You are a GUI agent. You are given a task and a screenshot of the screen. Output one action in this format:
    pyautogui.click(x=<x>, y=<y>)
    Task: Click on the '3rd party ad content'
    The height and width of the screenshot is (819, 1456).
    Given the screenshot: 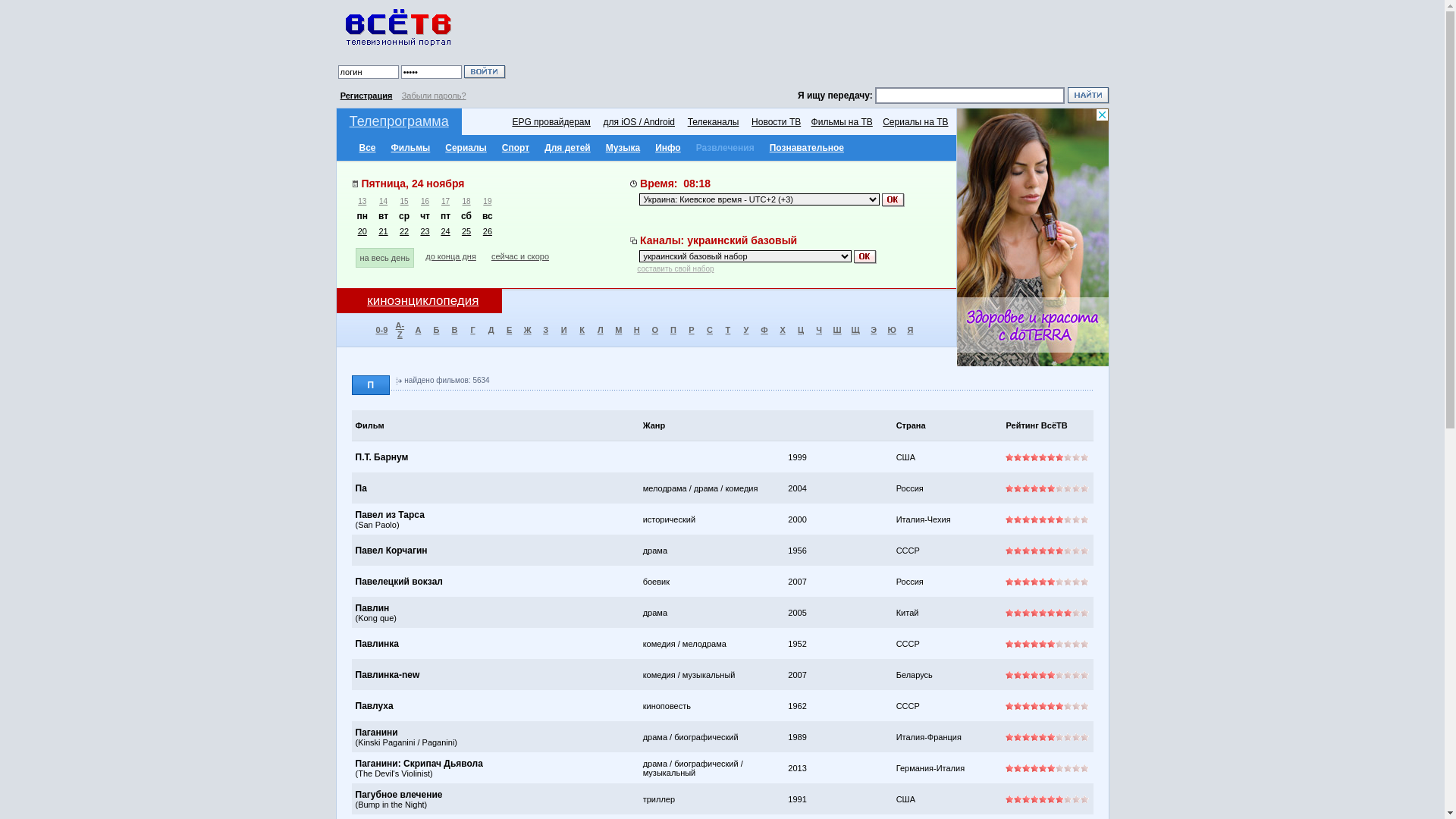 What is the action you would take?
    pyautogui.click(x=1032, y=237)
    